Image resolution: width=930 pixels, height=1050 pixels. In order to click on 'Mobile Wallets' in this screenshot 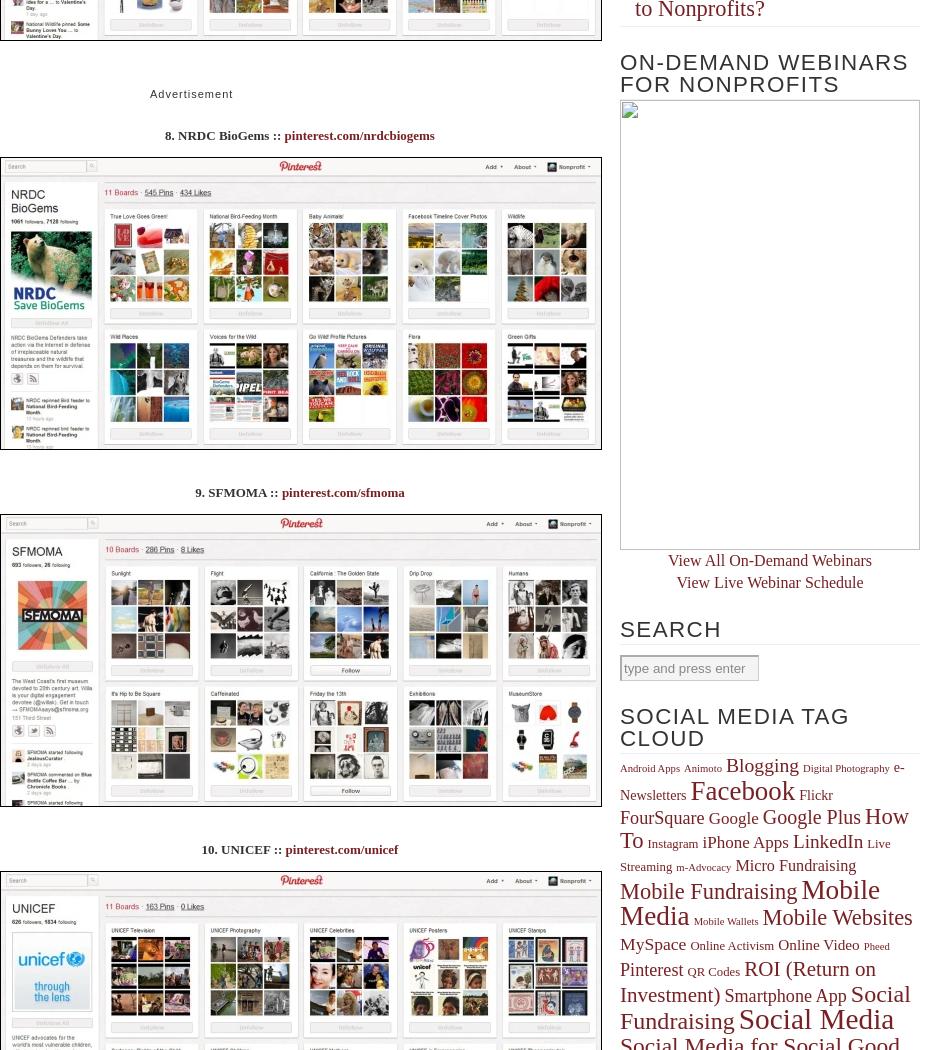, I will do `click(725, 921)`.